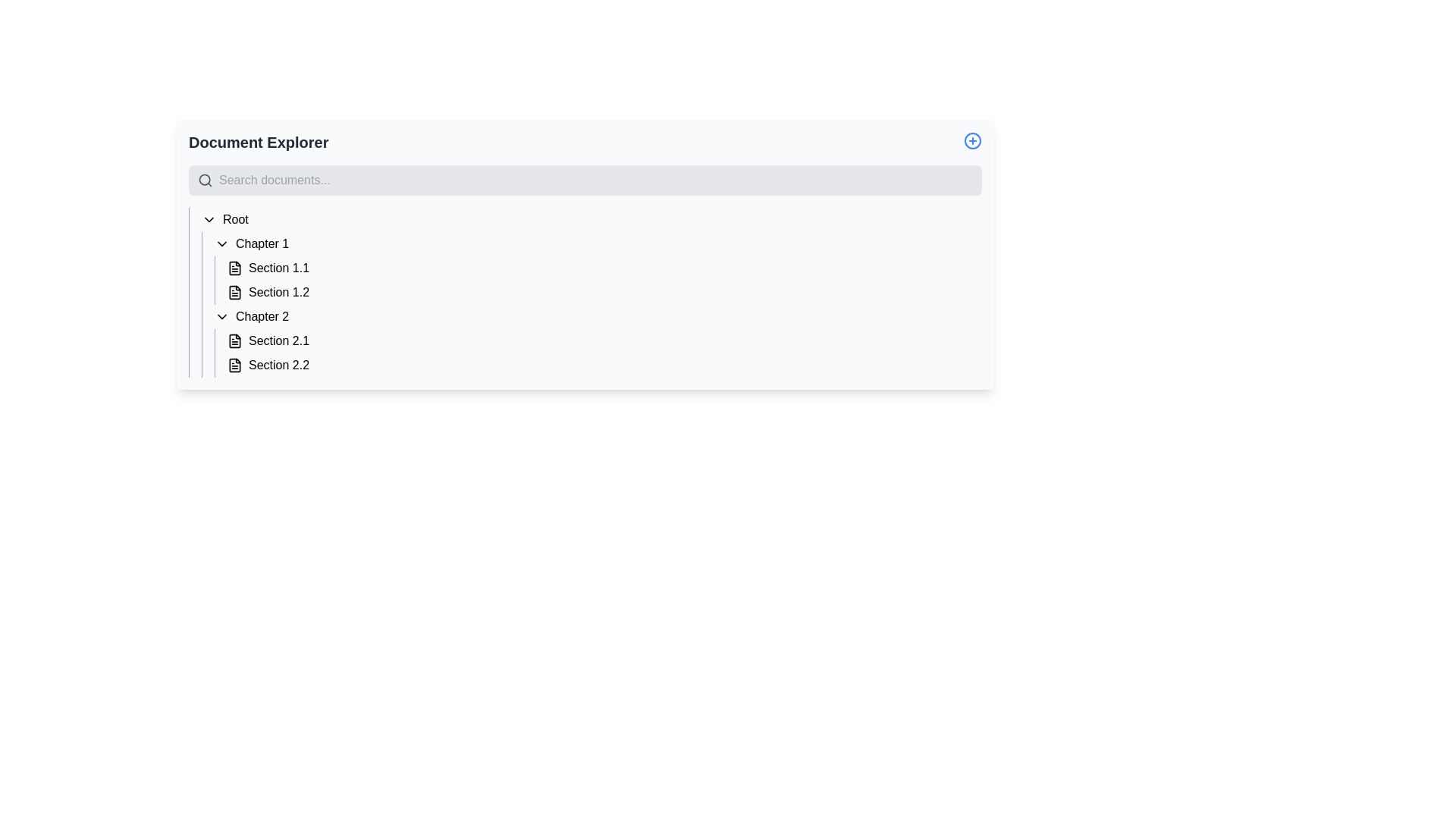  Describe the element at coordinates (221, 243) in the screenshot. I see `the toggle icon to the left of 'Chapter 1'` at that location.